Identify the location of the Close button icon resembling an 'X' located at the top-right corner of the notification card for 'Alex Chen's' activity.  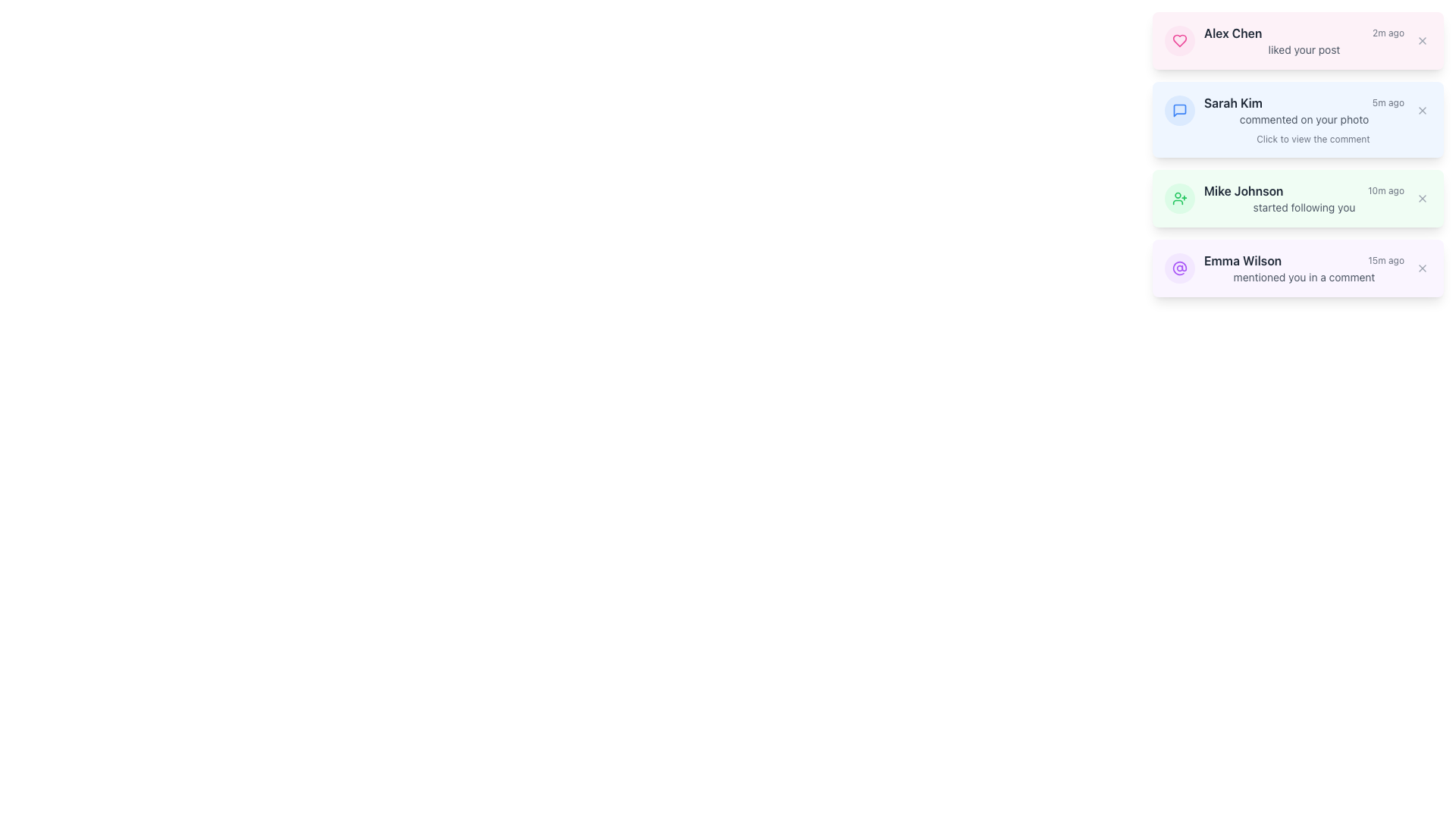
(1422, 40).